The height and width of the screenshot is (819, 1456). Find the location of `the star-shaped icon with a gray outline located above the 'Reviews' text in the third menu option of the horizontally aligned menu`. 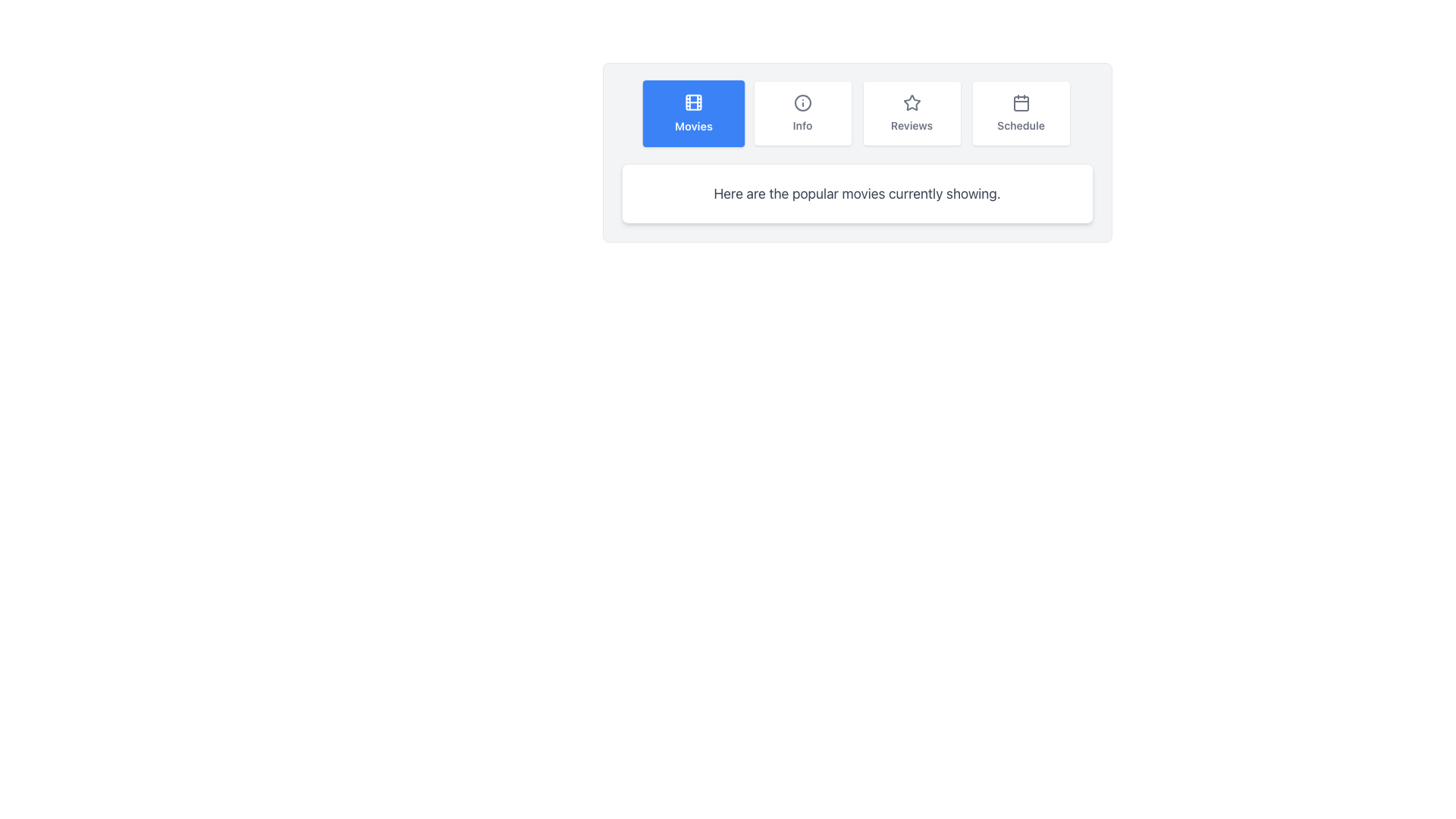

the star-shaped icon with a gray outline located above the 'Reviews' text in the third menu option of the horizontally aligned menu is located at coordinates (911, 102).